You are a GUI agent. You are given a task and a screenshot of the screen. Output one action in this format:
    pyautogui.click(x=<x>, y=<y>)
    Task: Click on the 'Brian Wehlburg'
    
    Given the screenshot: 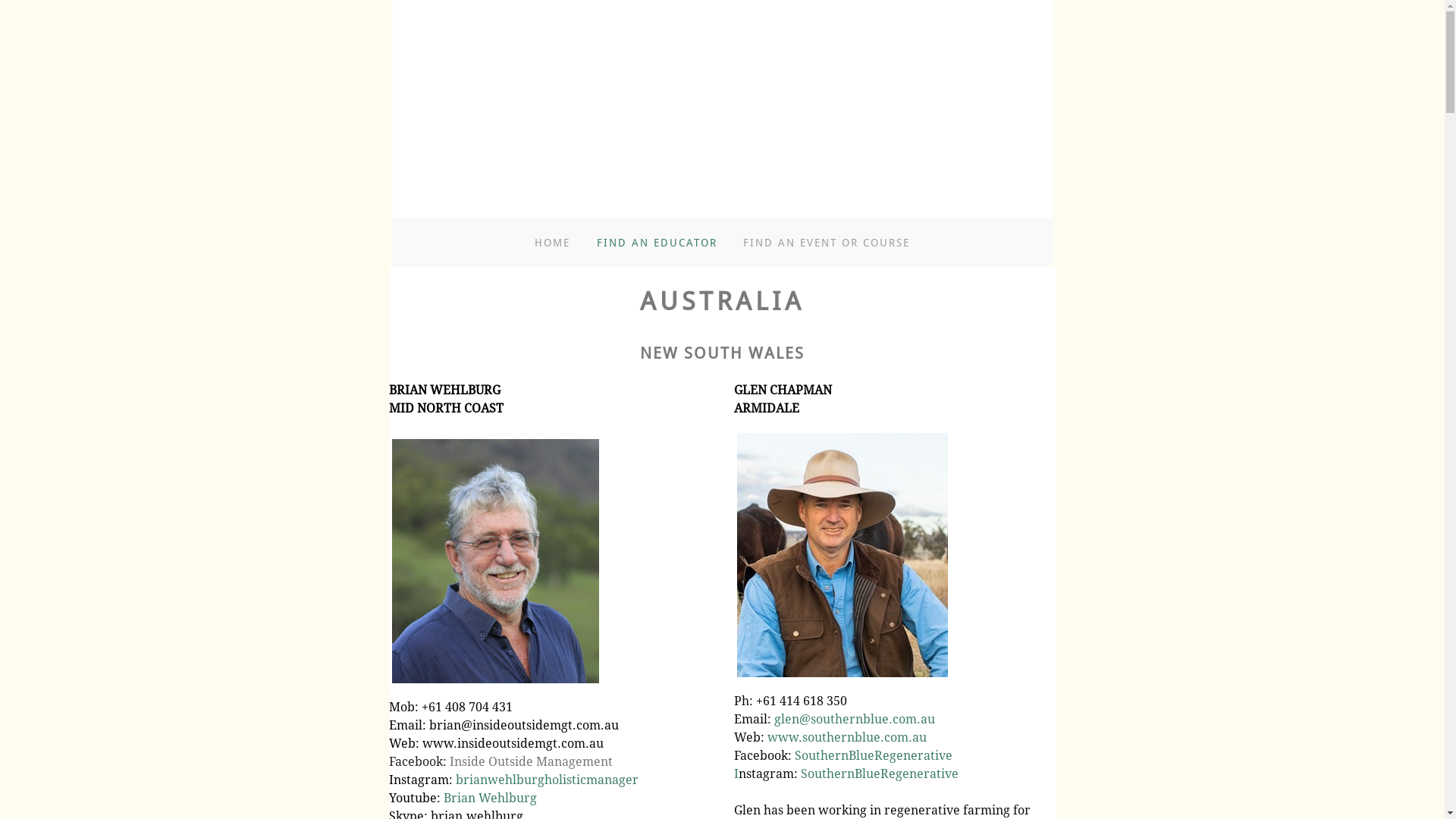 What is the action you would take?
    pyautogui.click(x=489, y=797)
    